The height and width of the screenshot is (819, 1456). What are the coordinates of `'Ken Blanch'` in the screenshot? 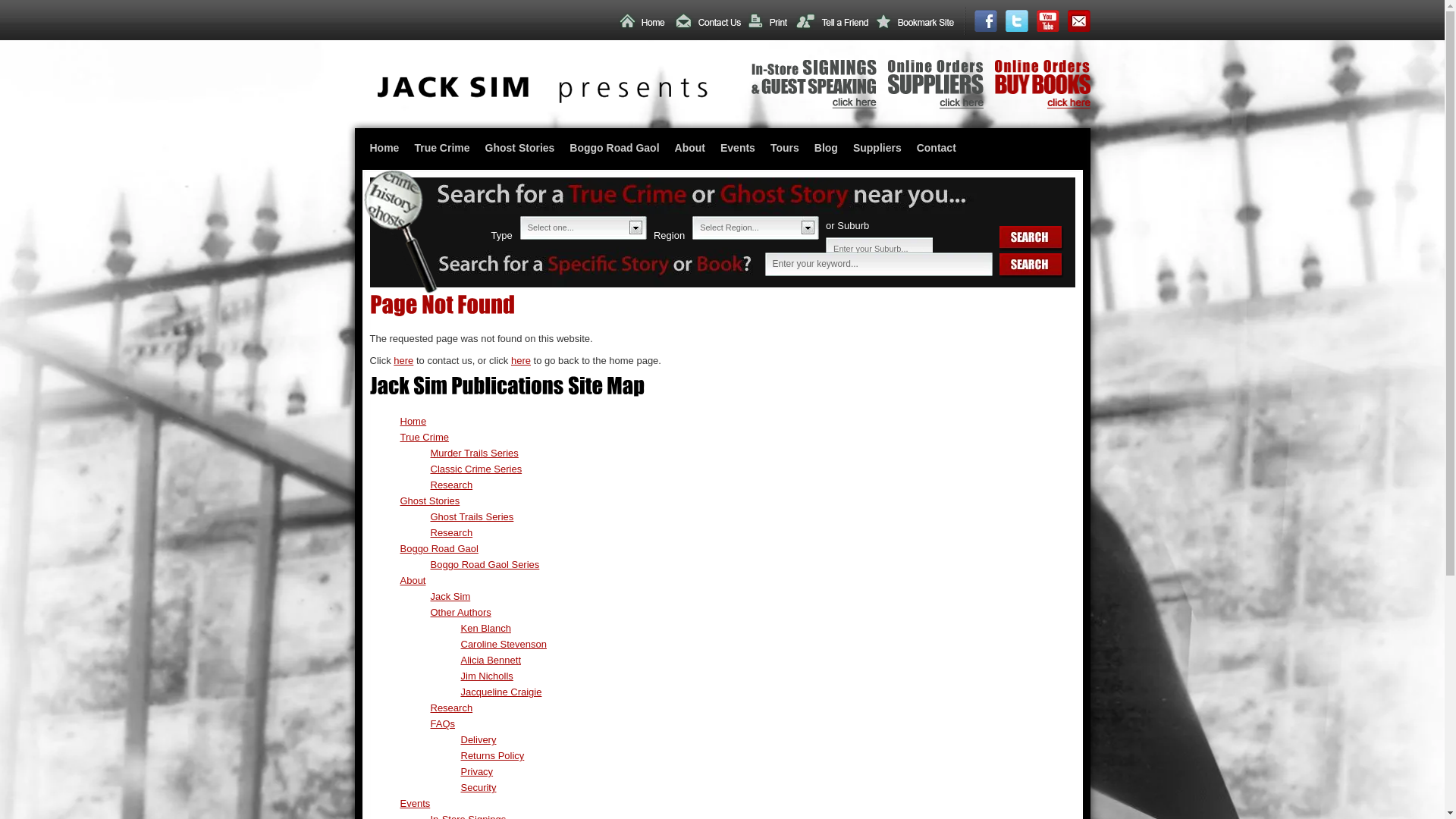 It's located at (486, 628).